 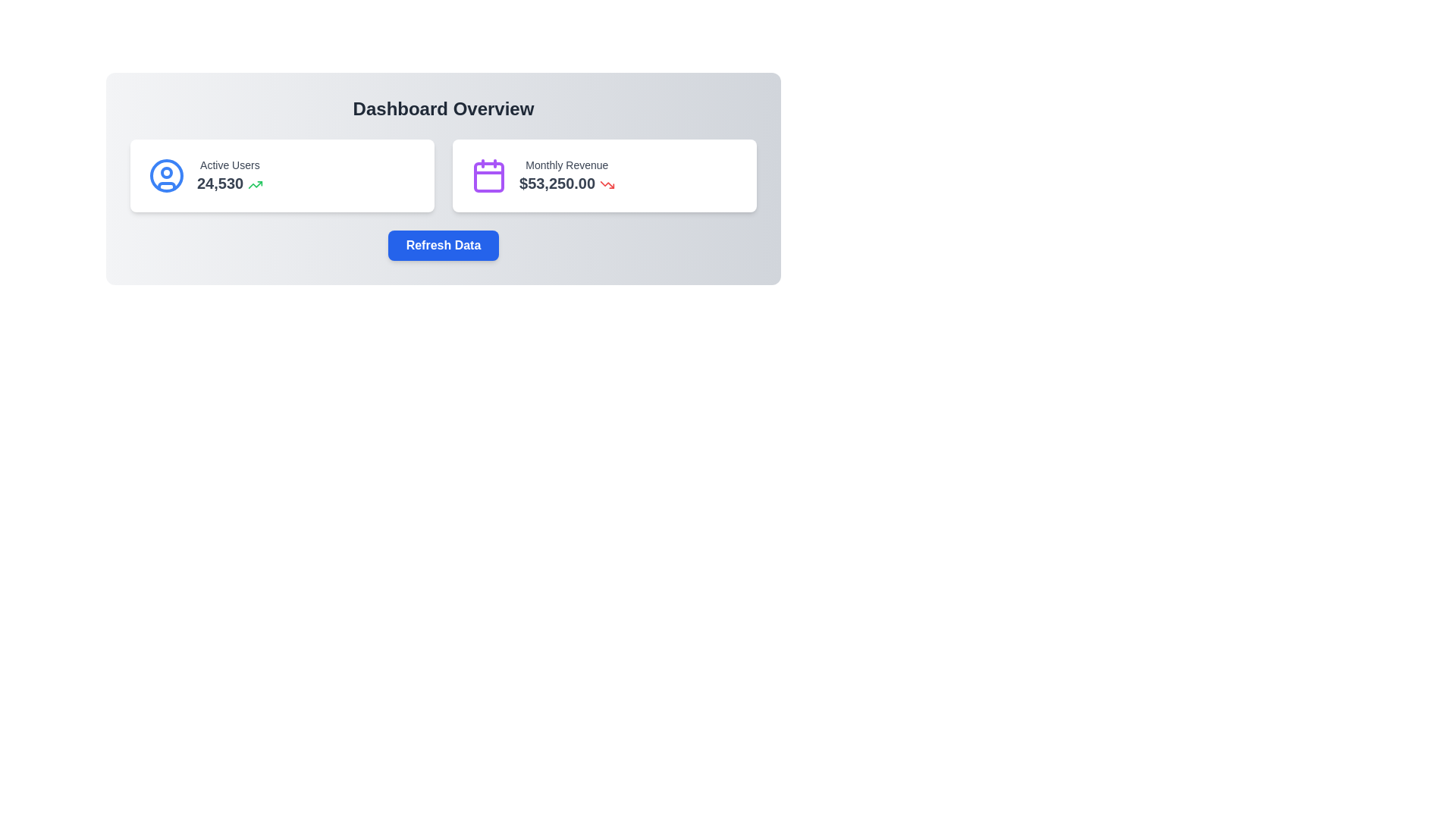 I want to click on information displayed on the Information Card that shows the count of active users, located to the left of the 'Monthly Revenue' card in the dashboard, so click(x=282, y=174).